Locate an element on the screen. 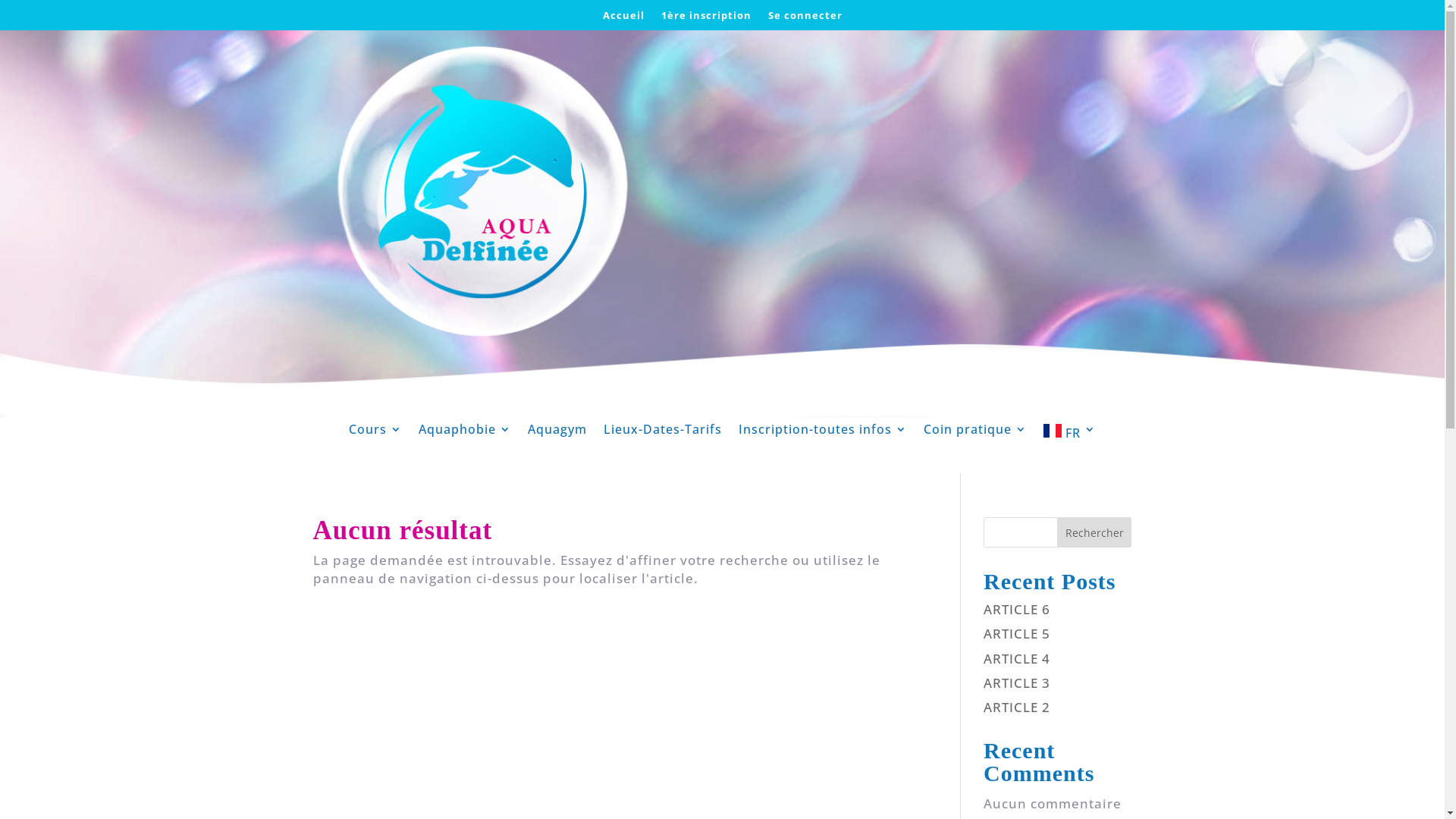  'Lieux-Dates-Tarifs' is located at coordinates (603, 434).